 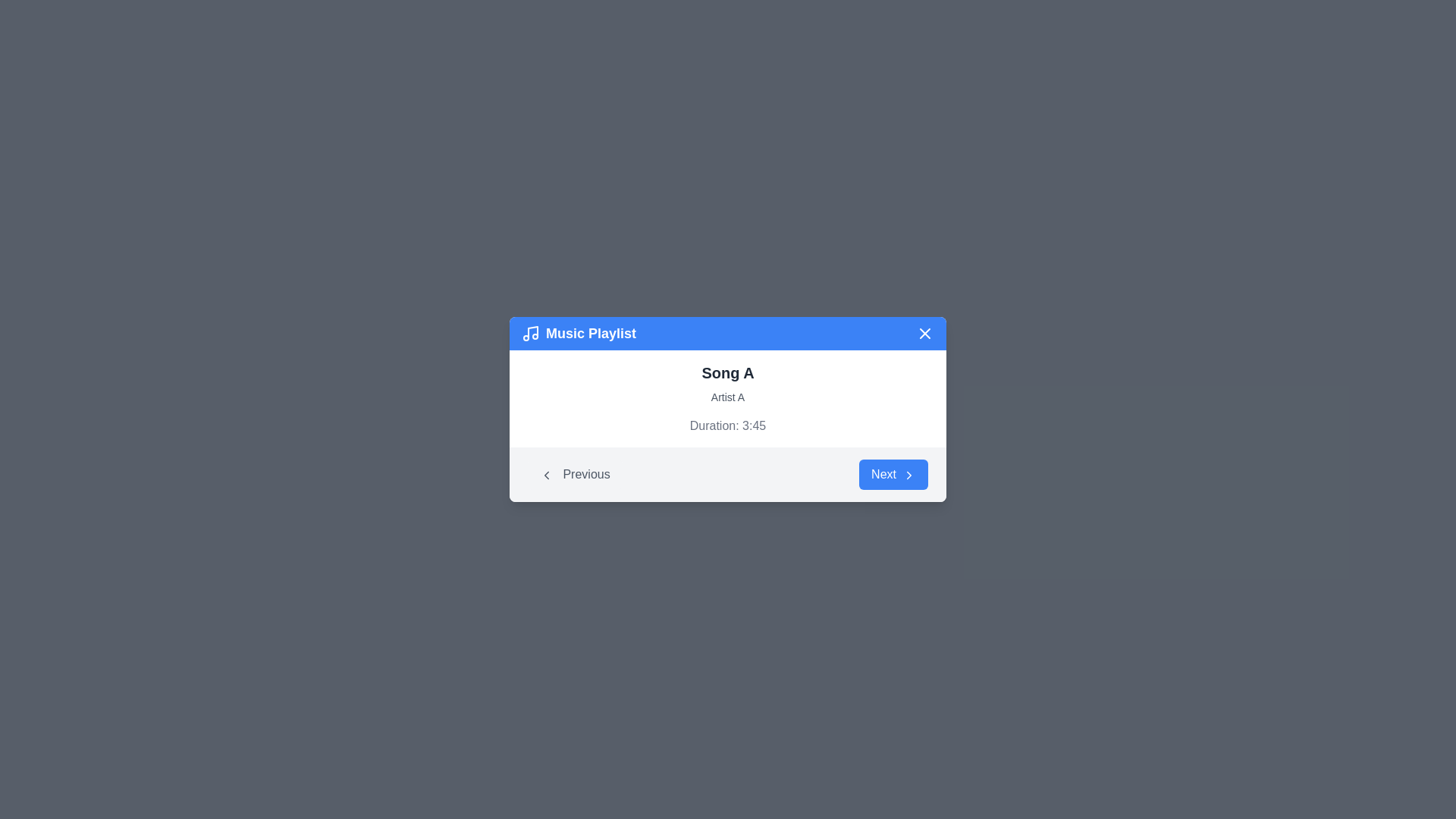 What do you see at coordinates (531, 332) in the screenshot?
I see `music-related icon featuring a musical note with a circular background, located to the far left of the 'Music Playlist' title in the header section of the popup interface, using developer tools` at bounding box center [531, 332].